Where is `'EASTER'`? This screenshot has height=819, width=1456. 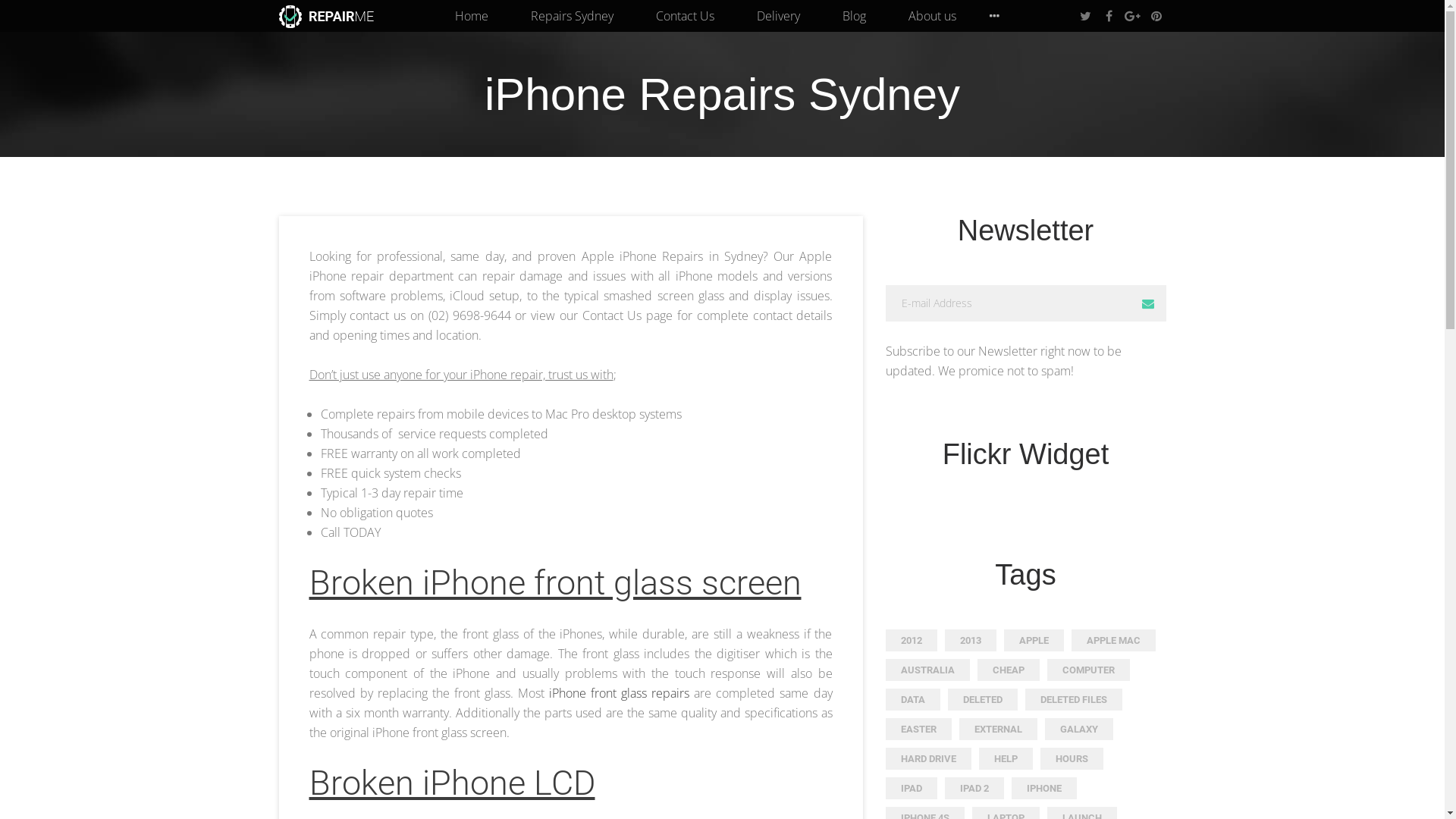
'EASTER' is located at coordinates (918, 728).